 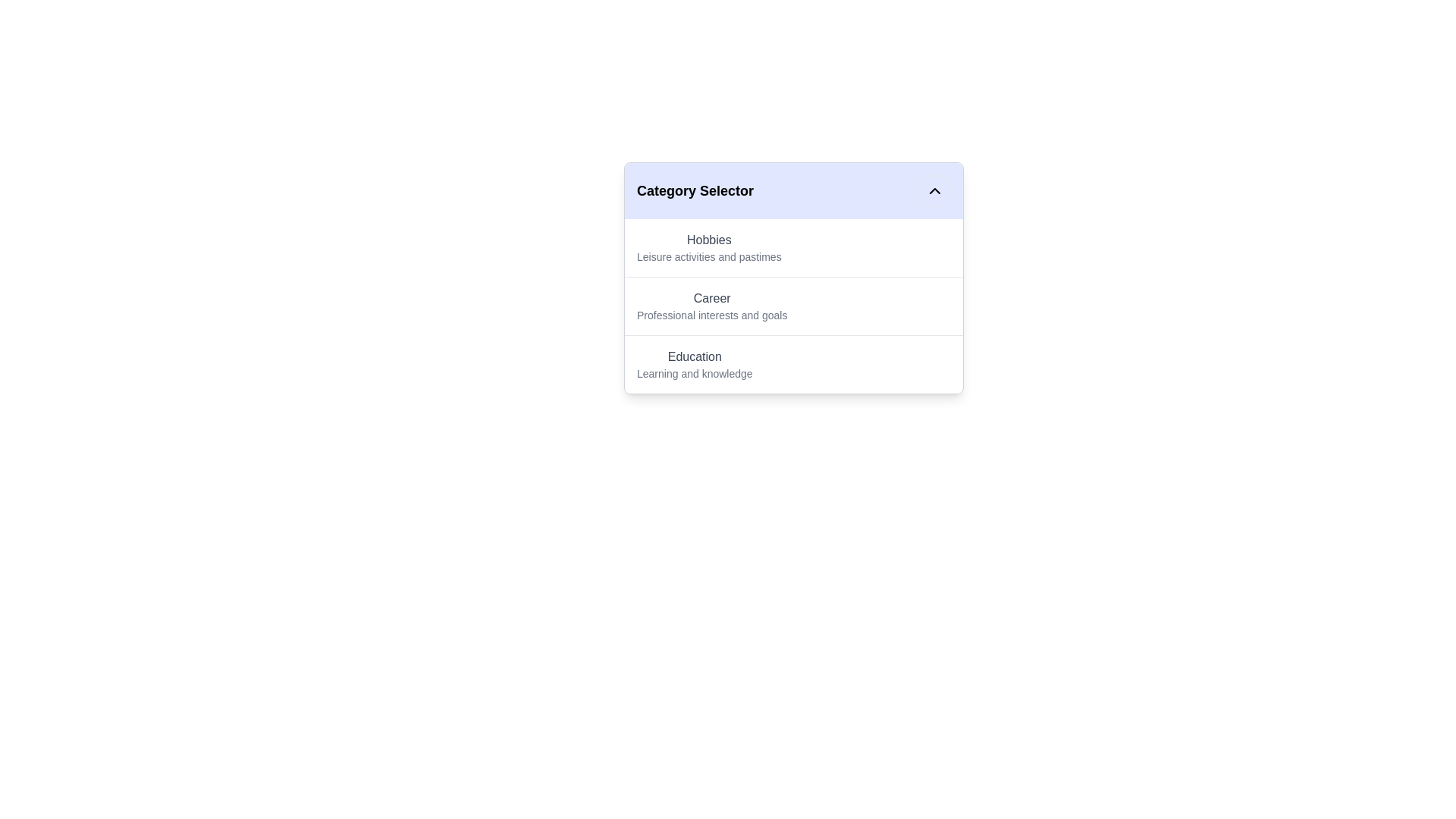 What do you see at coordinates (792, 306) in the screenshot?
I see `the selectable list item representing the category 'Career,' which is the second item in the list beneath the header 'Category Selector.'` at bounding box center [792, 306].